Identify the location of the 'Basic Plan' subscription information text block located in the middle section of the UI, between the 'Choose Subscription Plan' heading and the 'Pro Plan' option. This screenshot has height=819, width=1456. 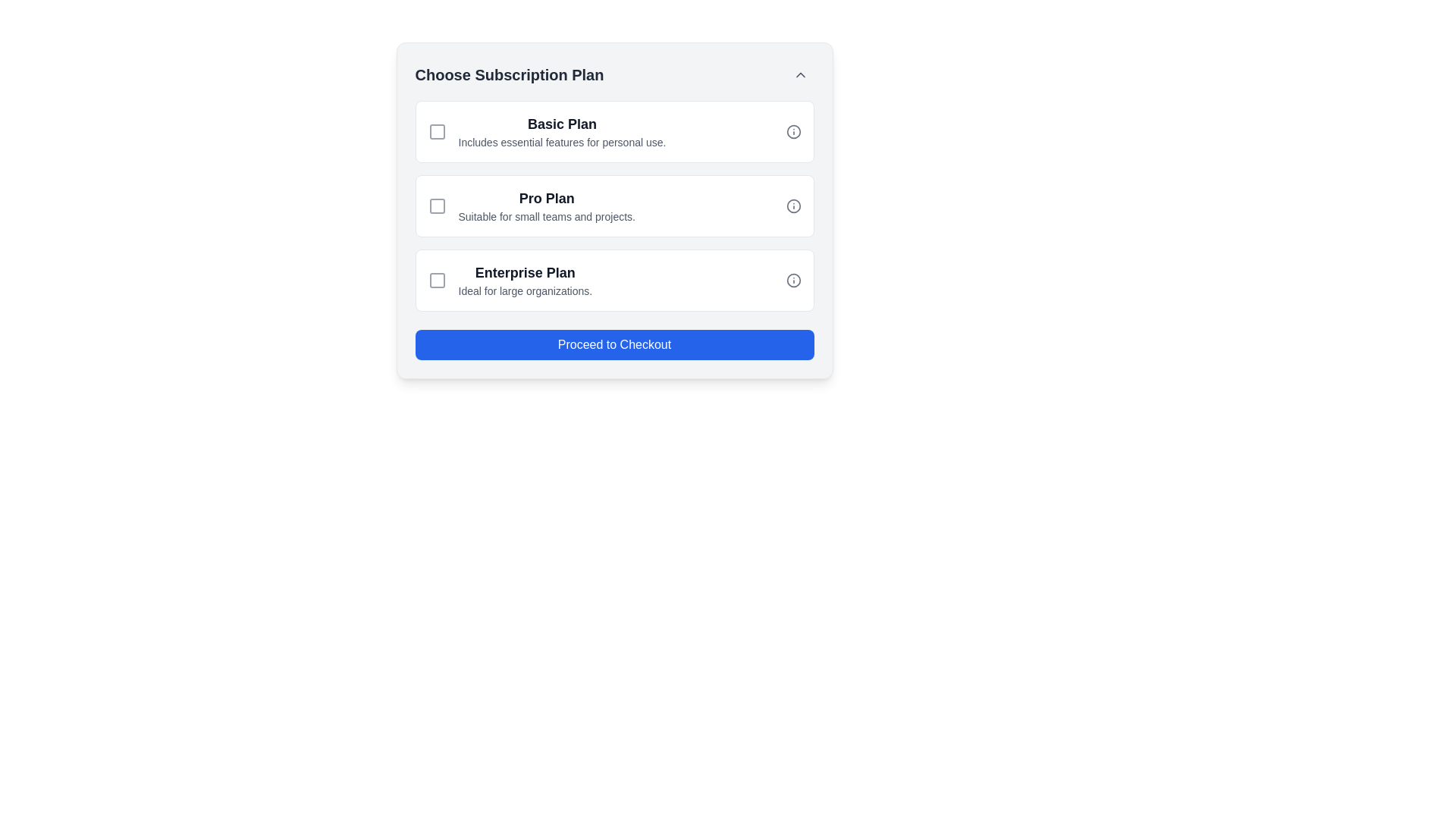
(561, 130).